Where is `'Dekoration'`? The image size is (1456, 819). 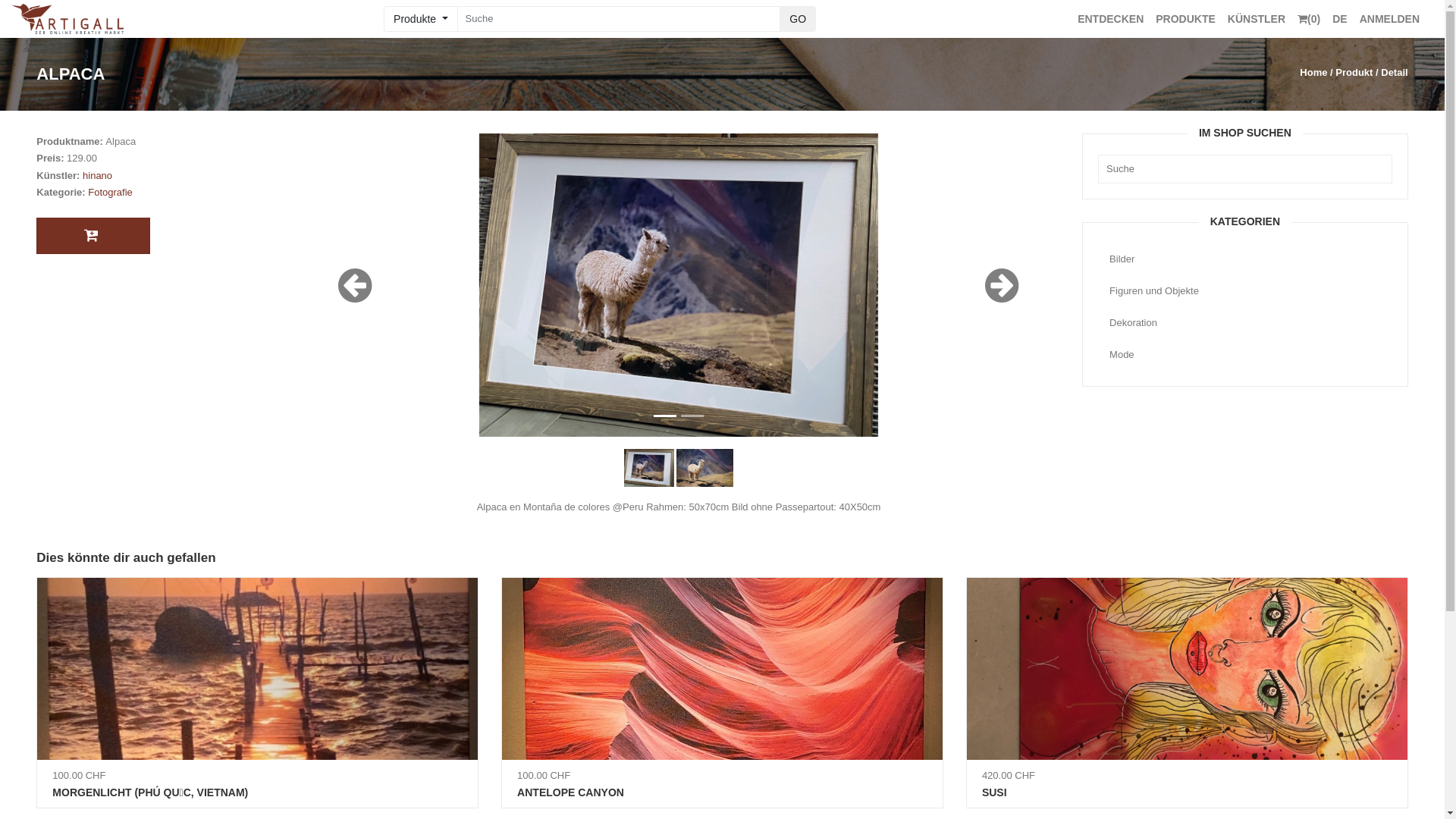 'Dekoration' is located at coordinates (1244, 322).